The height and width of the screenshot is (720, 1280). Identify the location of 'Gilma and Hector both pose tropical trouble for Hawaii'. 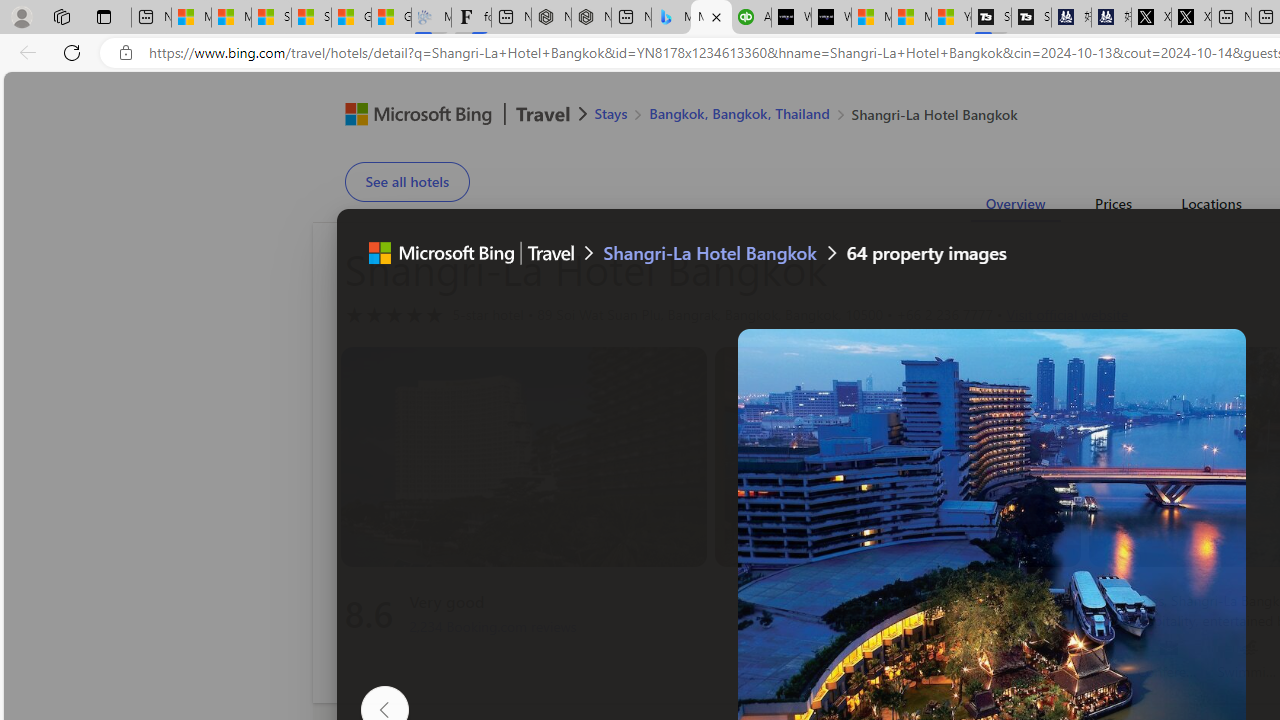
(391, 17).